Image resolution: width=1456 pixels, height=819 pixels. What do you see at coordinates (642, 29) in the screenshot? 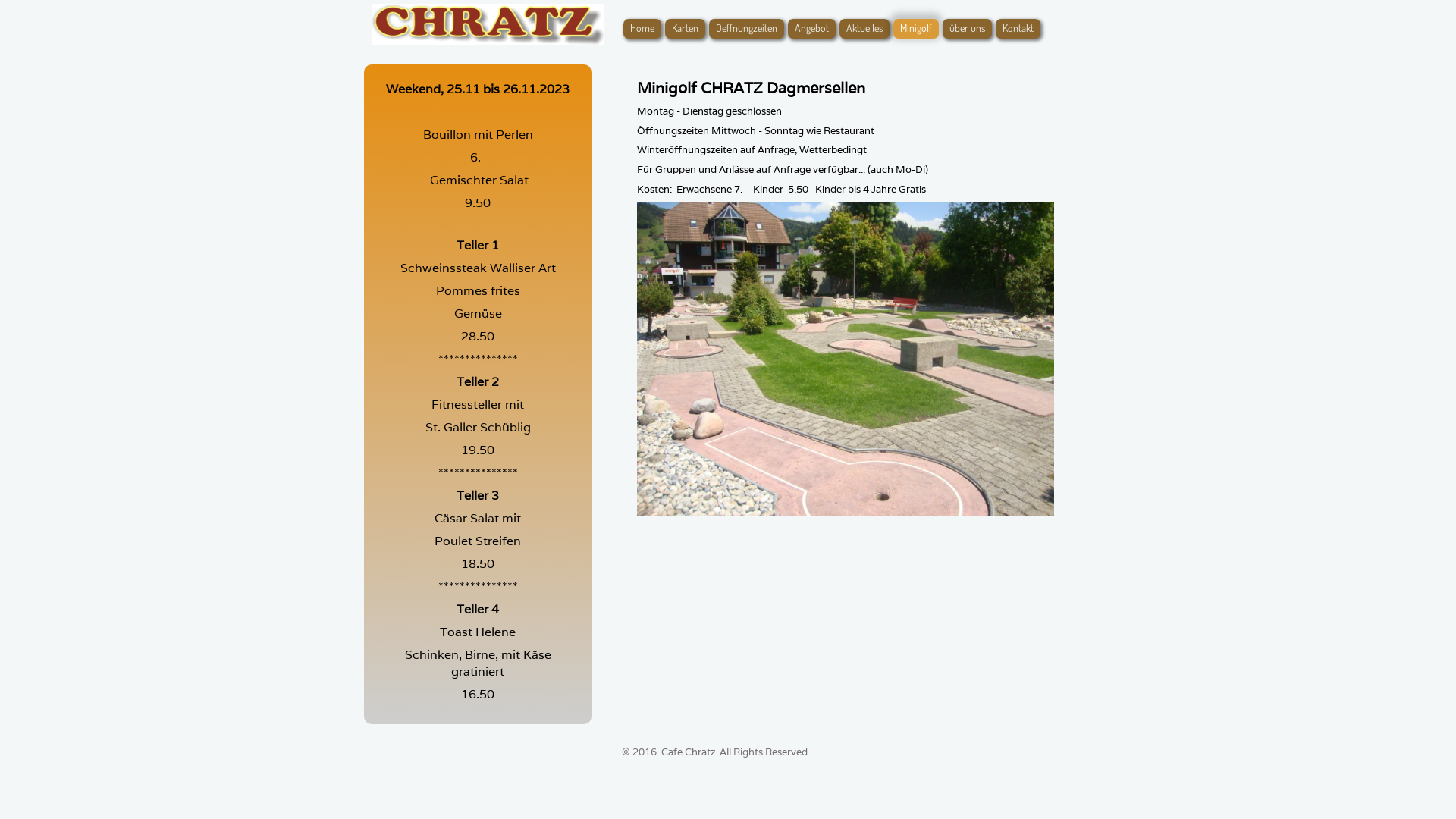
I see `'Home'` at bounding box center [642, 29].